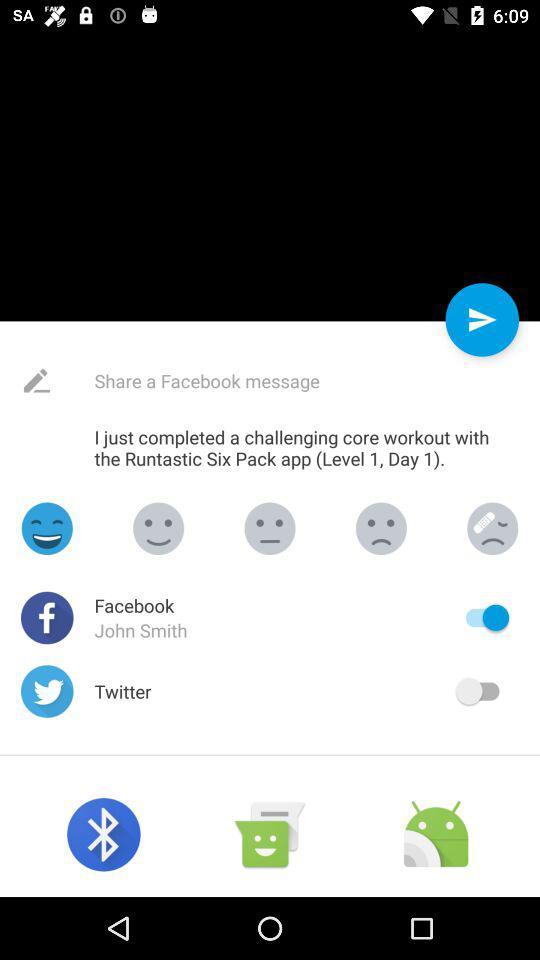  Describe the element at coordinates (481, 691) in the screenshot. I see `twitter option` at that location.